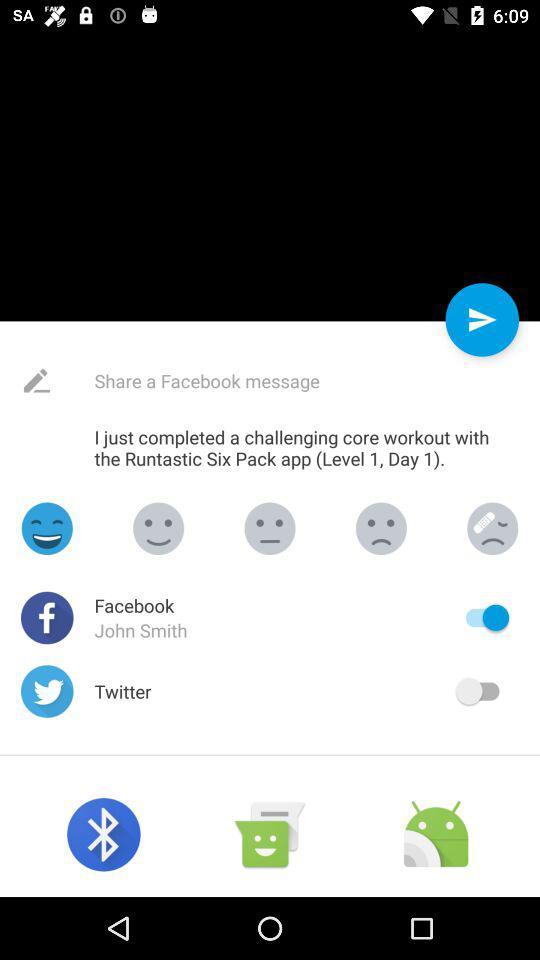  Describe the element at coordinates (481, 691) in the screenshot. I see `twitter option` at that location.